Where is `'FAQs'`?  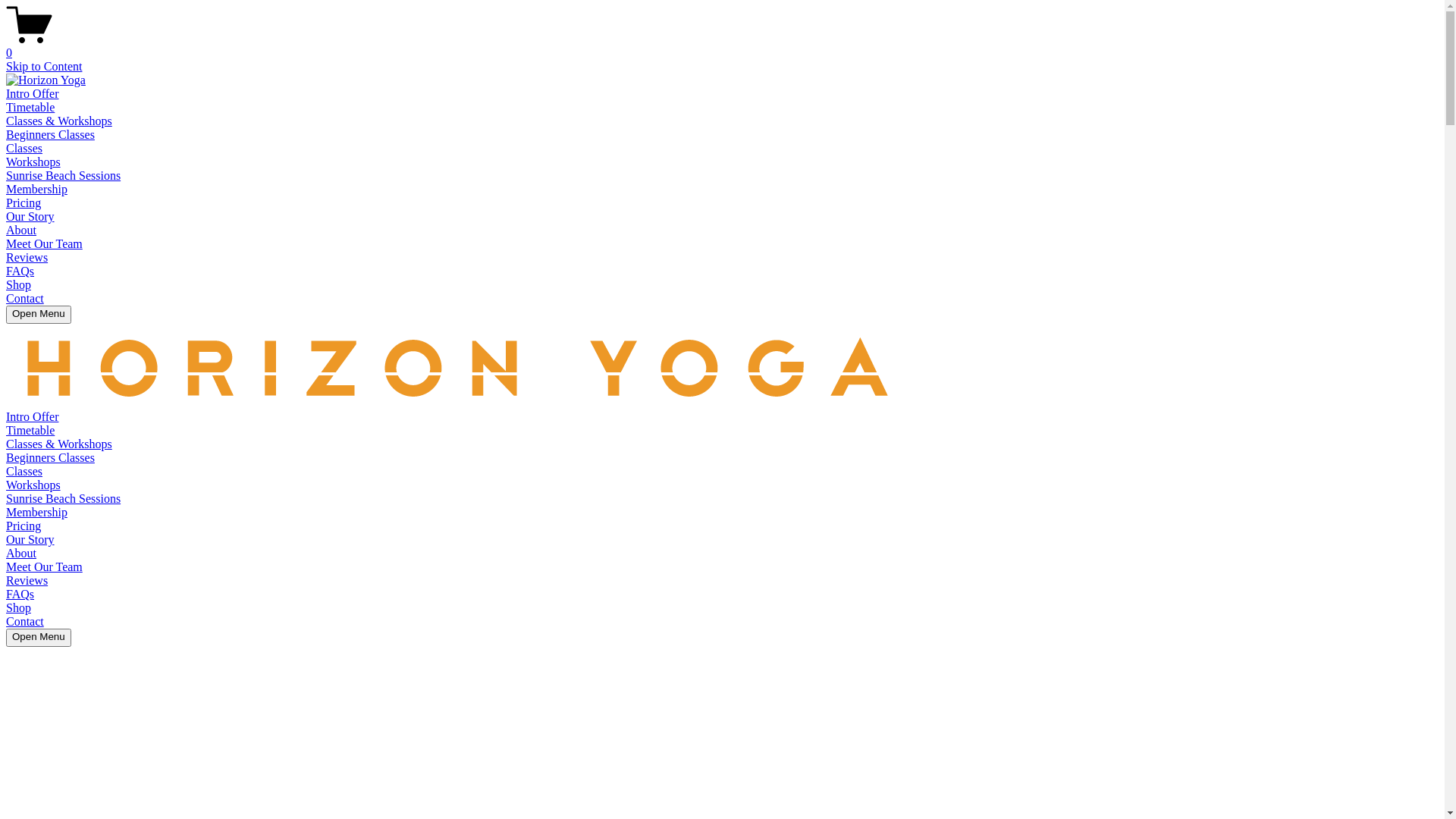 'FAQs' is located at coordinates (20, 270).